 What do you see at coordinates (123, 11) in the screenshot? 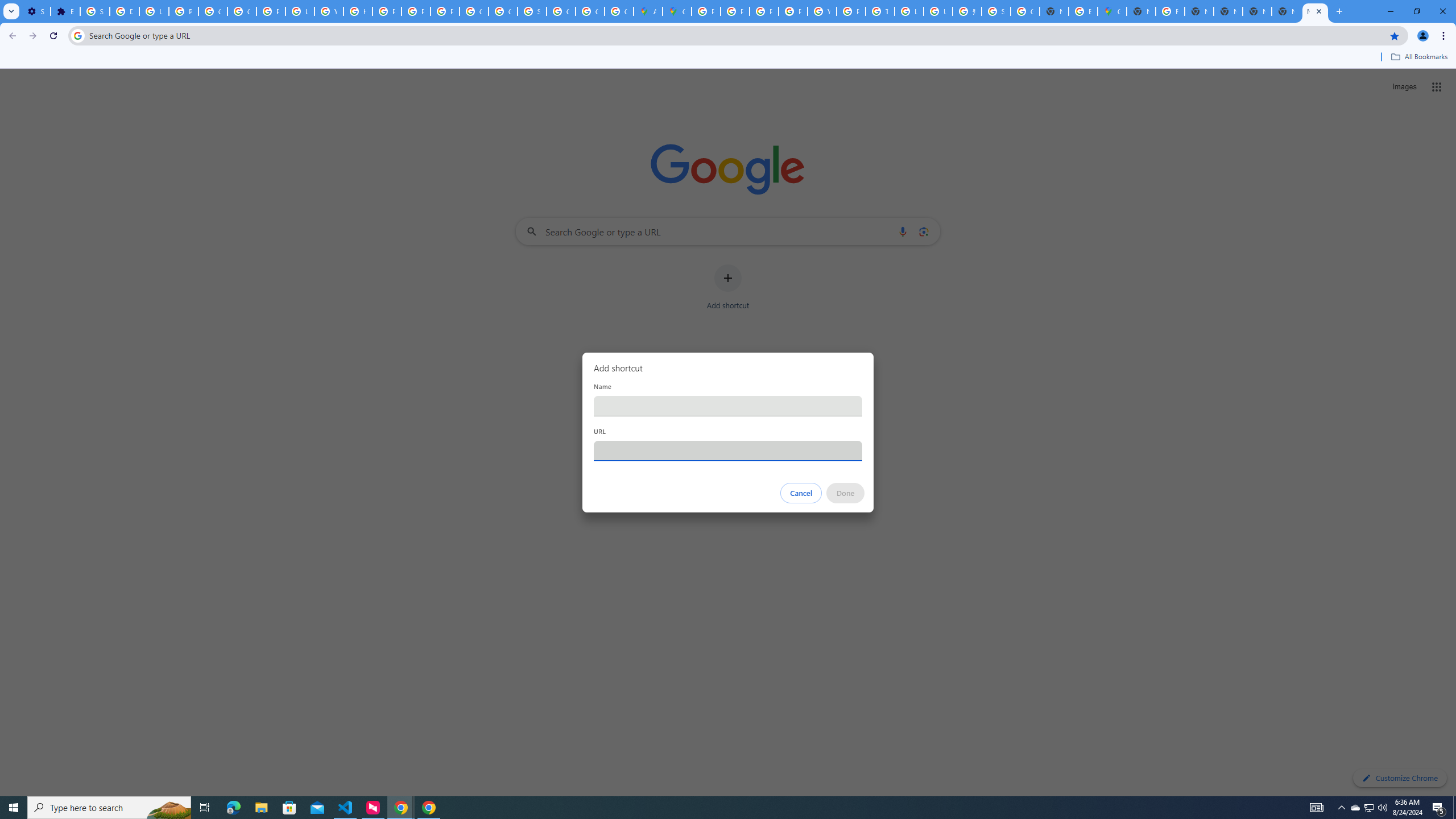
I see `'Delete photos & videos - Computer - Google Photos Help'` at bounding box center [123, 11].